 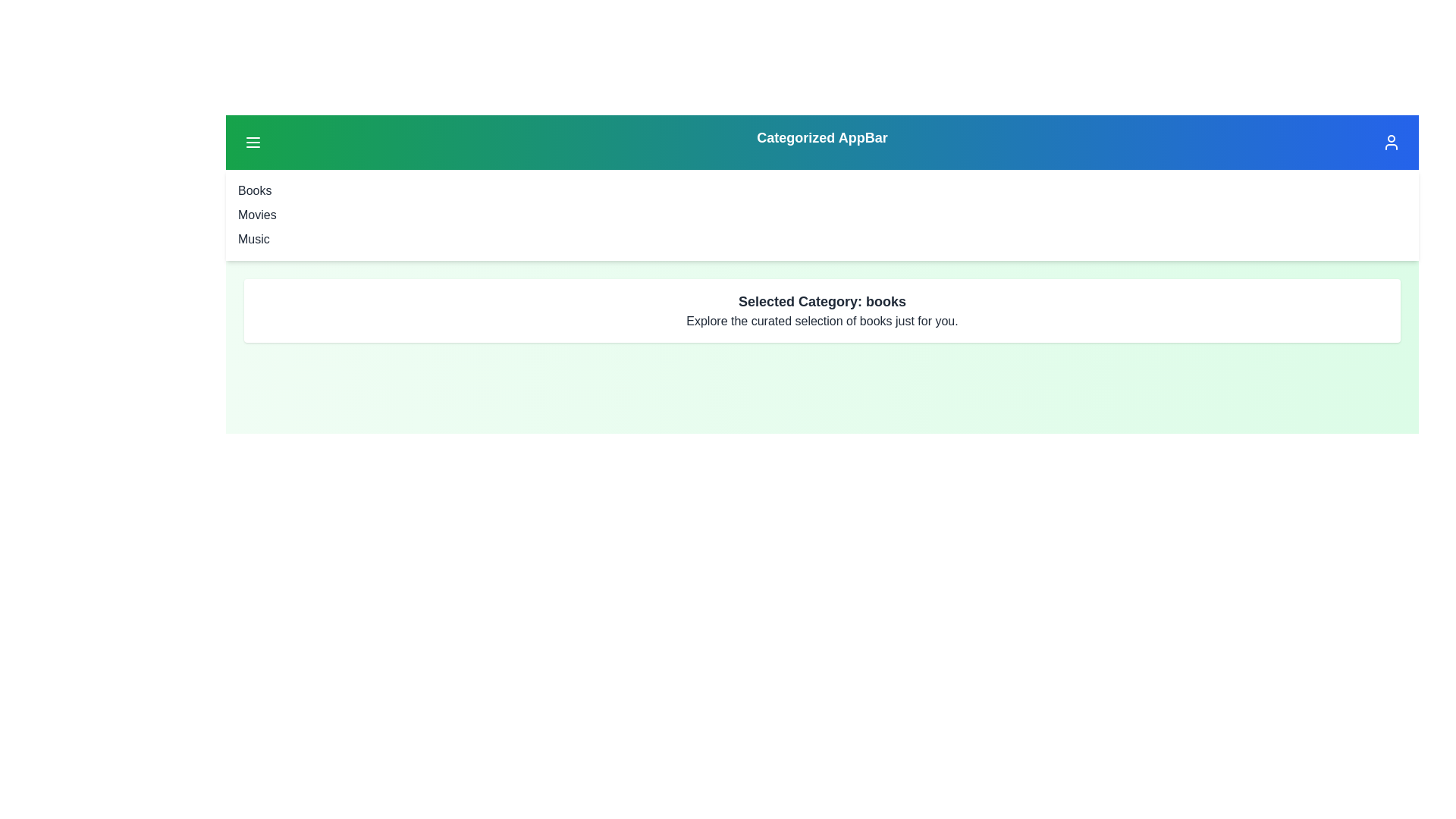 I want to click on the menu button to toggle the menu visibility, so click(x=253, y=143).